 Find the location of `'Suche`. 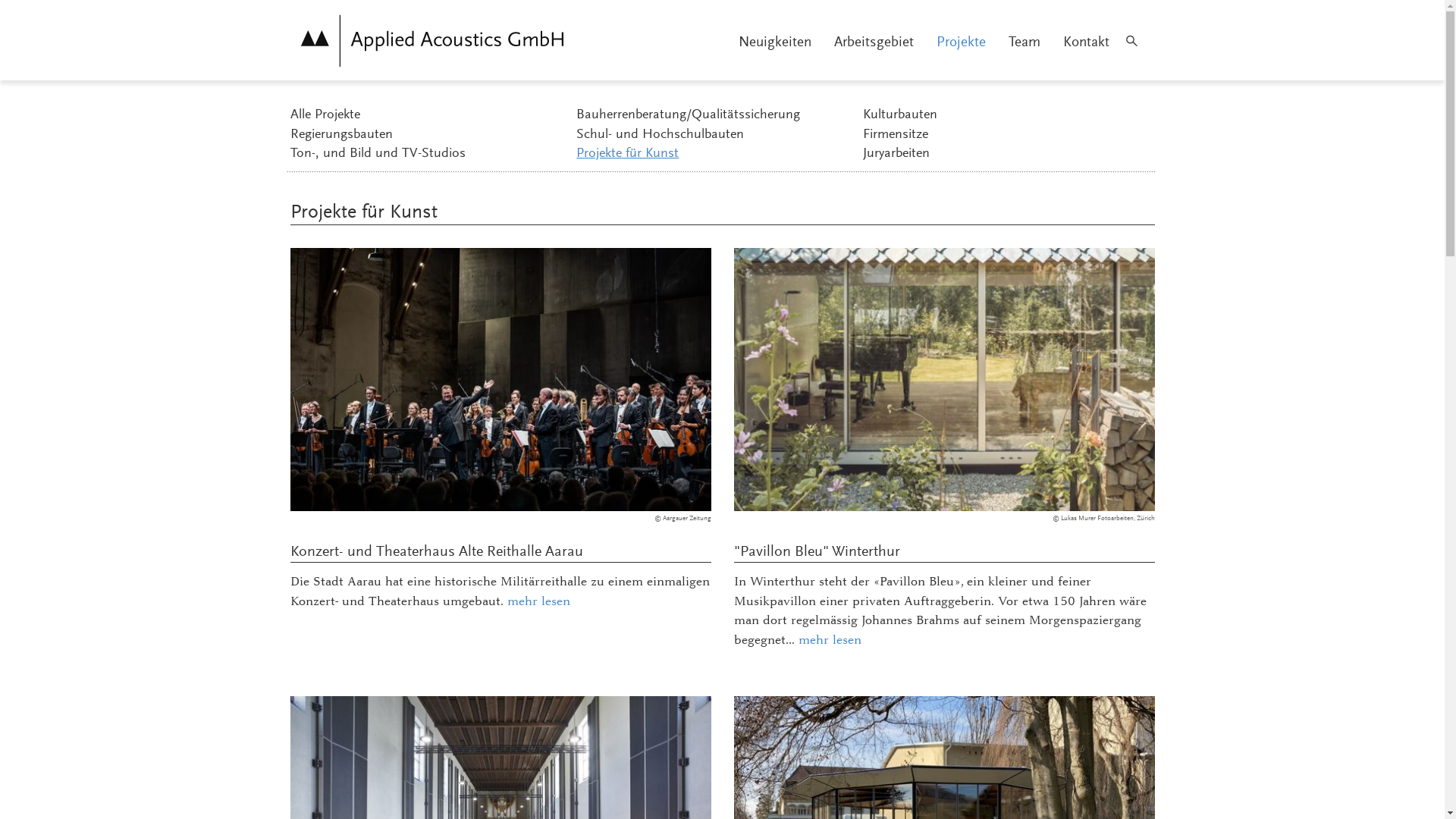

'Suche is located at coordinates (1131, 39).